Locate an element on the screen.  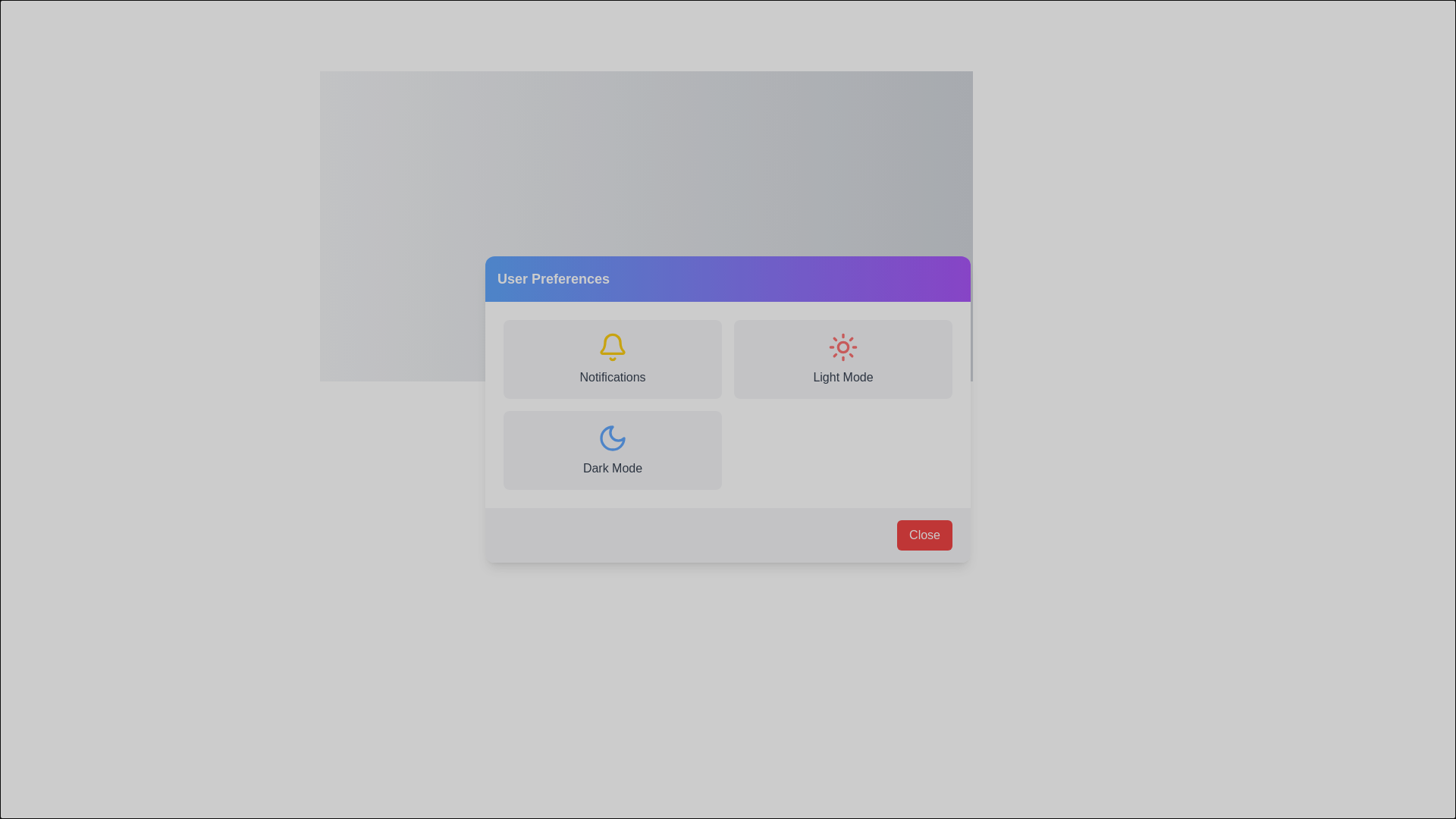
'Dark Mode' button in the User Preferences dialog is located at coordinates (646, 480).